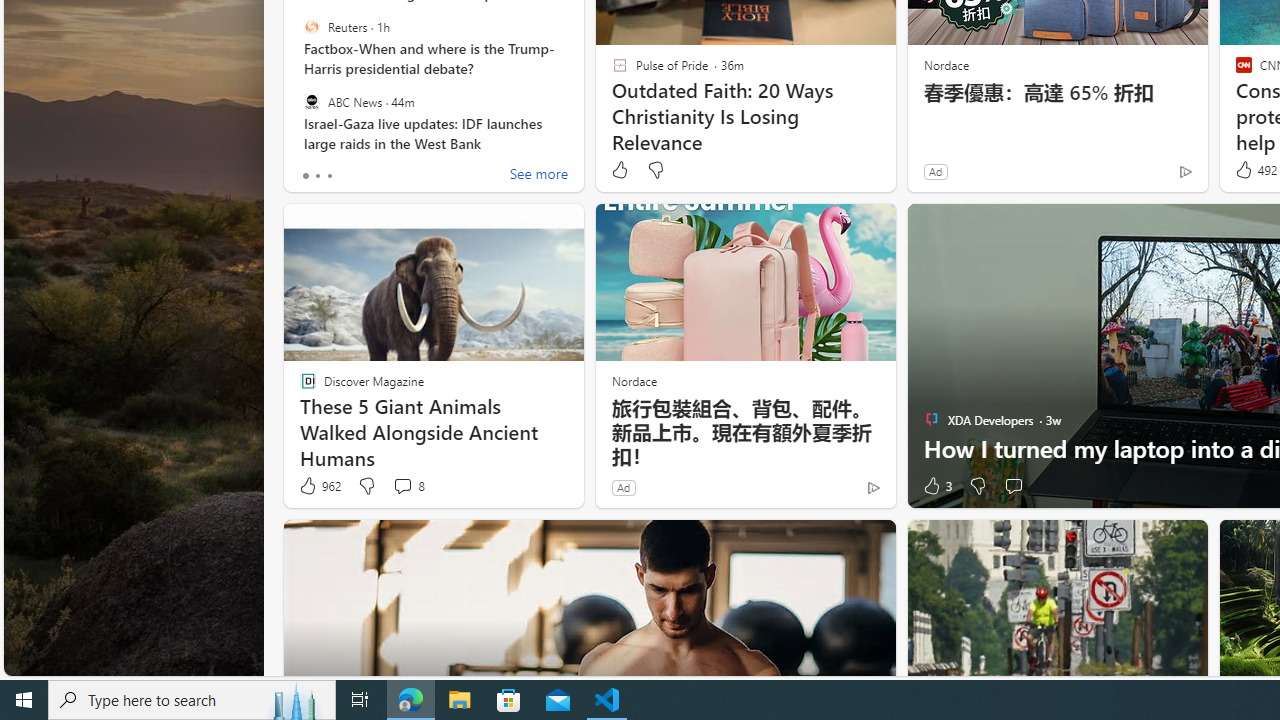 Image resolution: width=1280 pixels, height=720 pixels. Describe the element at coordinates (935, 486) in the screenshot. I see `'3 Like'` at that location.